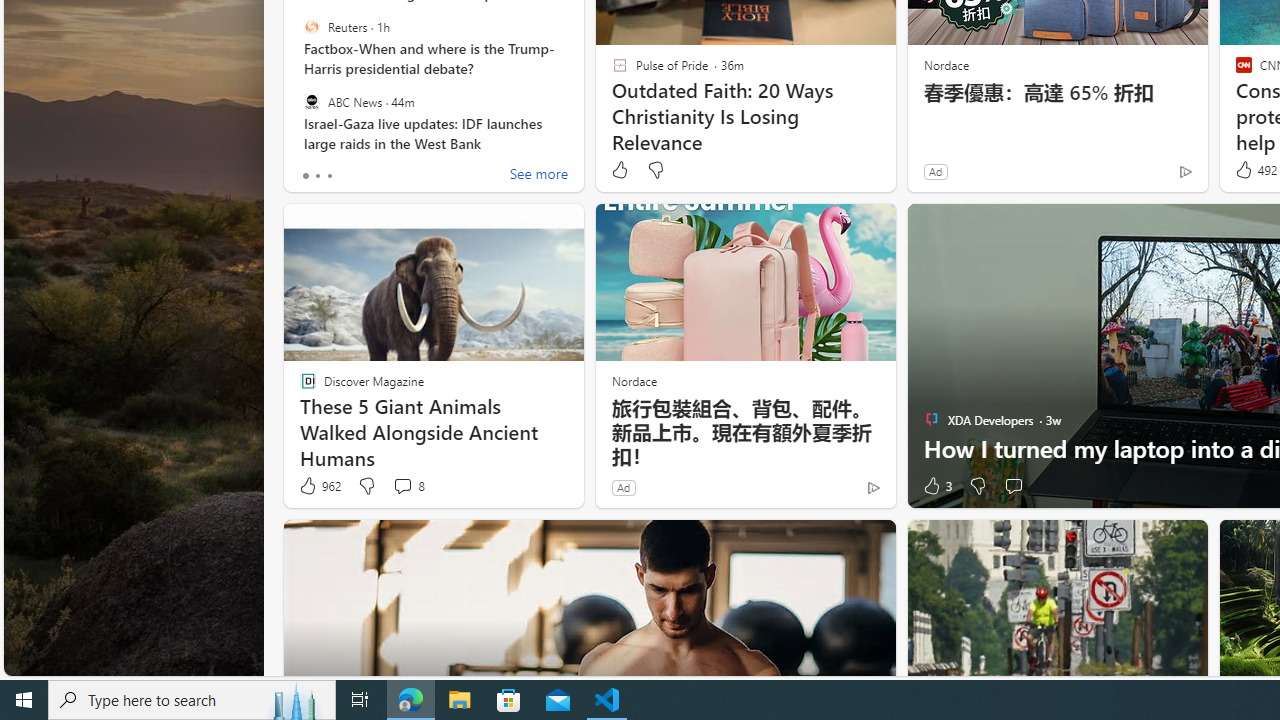 Image resolution: width=1280 pixels, height=720 pixels. Describe the element at coordinates (935, 486) in the screenshot. I see `'3 Like'` at that location.